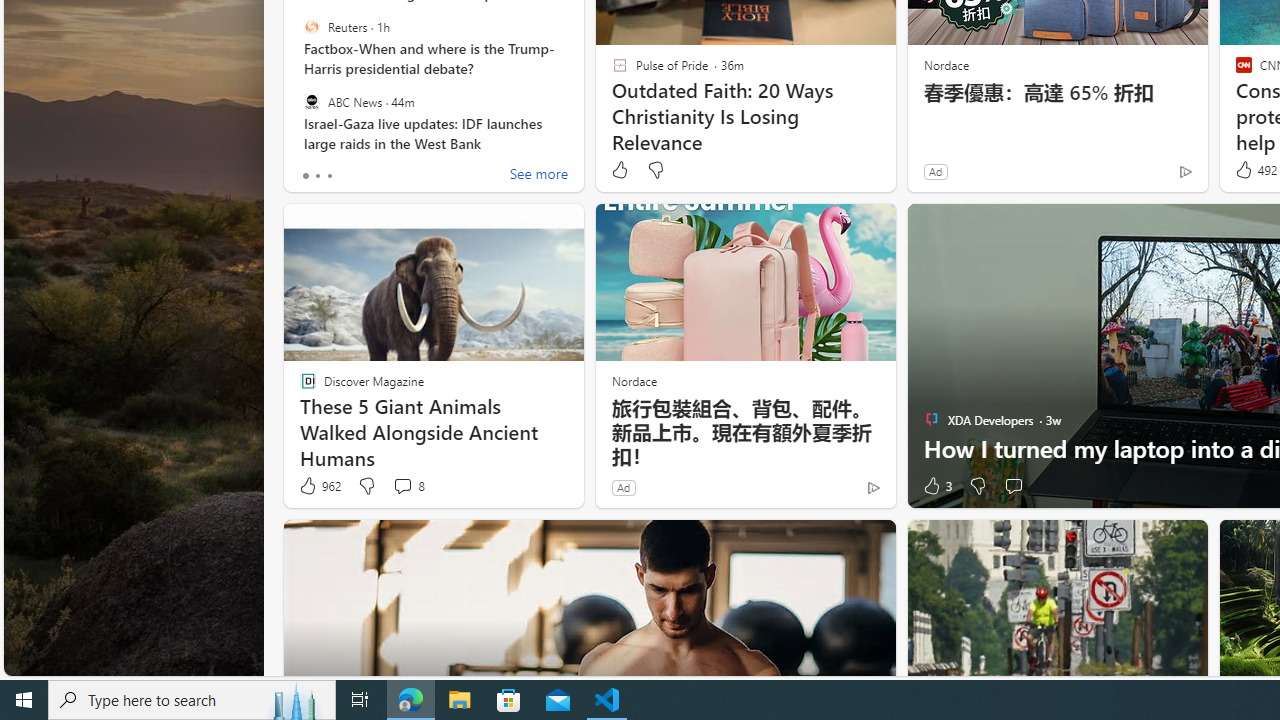 Image resolution: width=1280 pixels, height=720 pixels. Describe the element at coordinates (935, 486) in the screenshot. I see `'3 Like'` at that location.